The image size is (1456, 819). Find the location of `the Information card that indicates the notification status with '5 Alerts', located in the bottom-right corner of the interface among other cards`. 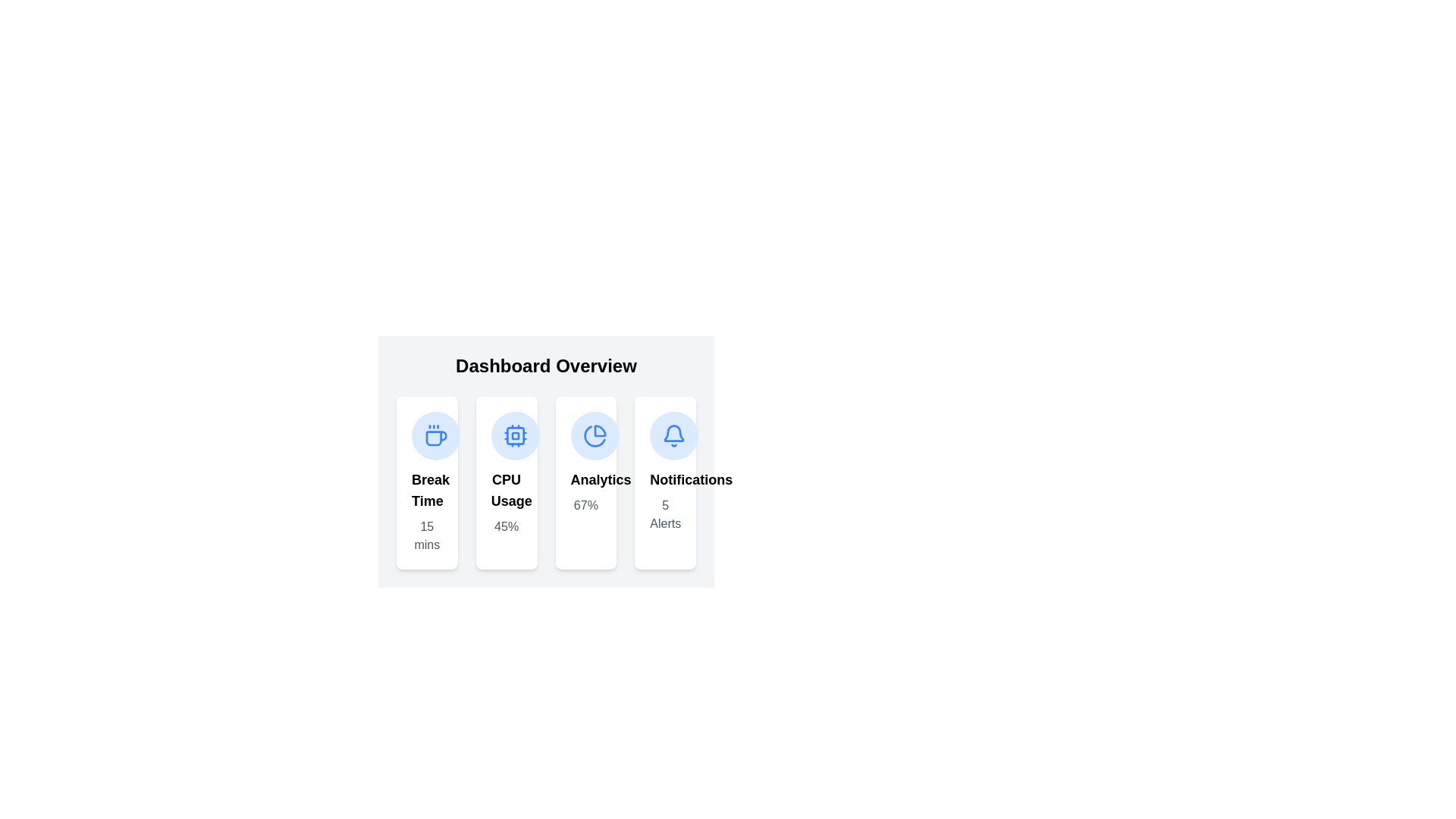

the Information card that indicates the notification status with '5 Alerts', located in the bottom-right corner of the interface among other cards is located at coordinates (665, 482).